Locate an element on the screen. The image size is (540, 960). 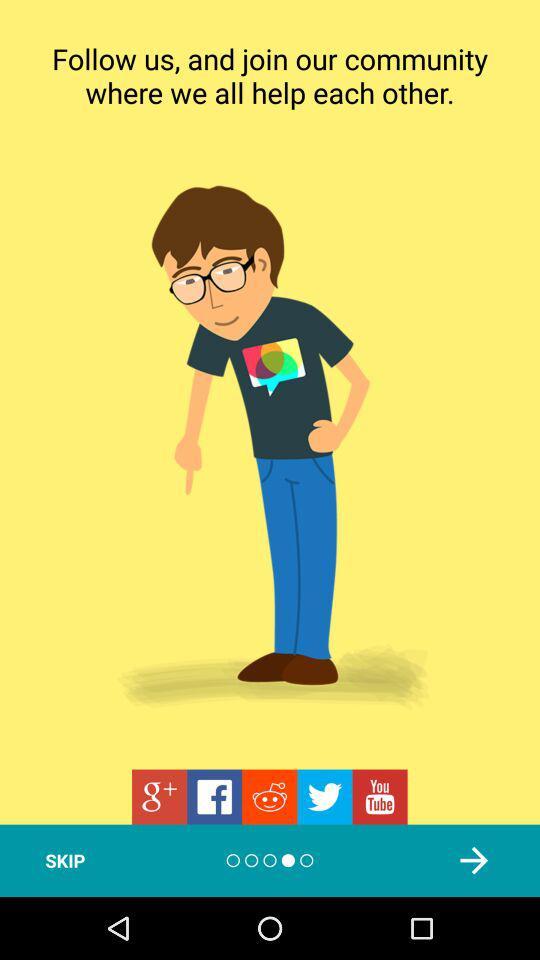
the twitter icon is located at coordinates (324, 797).